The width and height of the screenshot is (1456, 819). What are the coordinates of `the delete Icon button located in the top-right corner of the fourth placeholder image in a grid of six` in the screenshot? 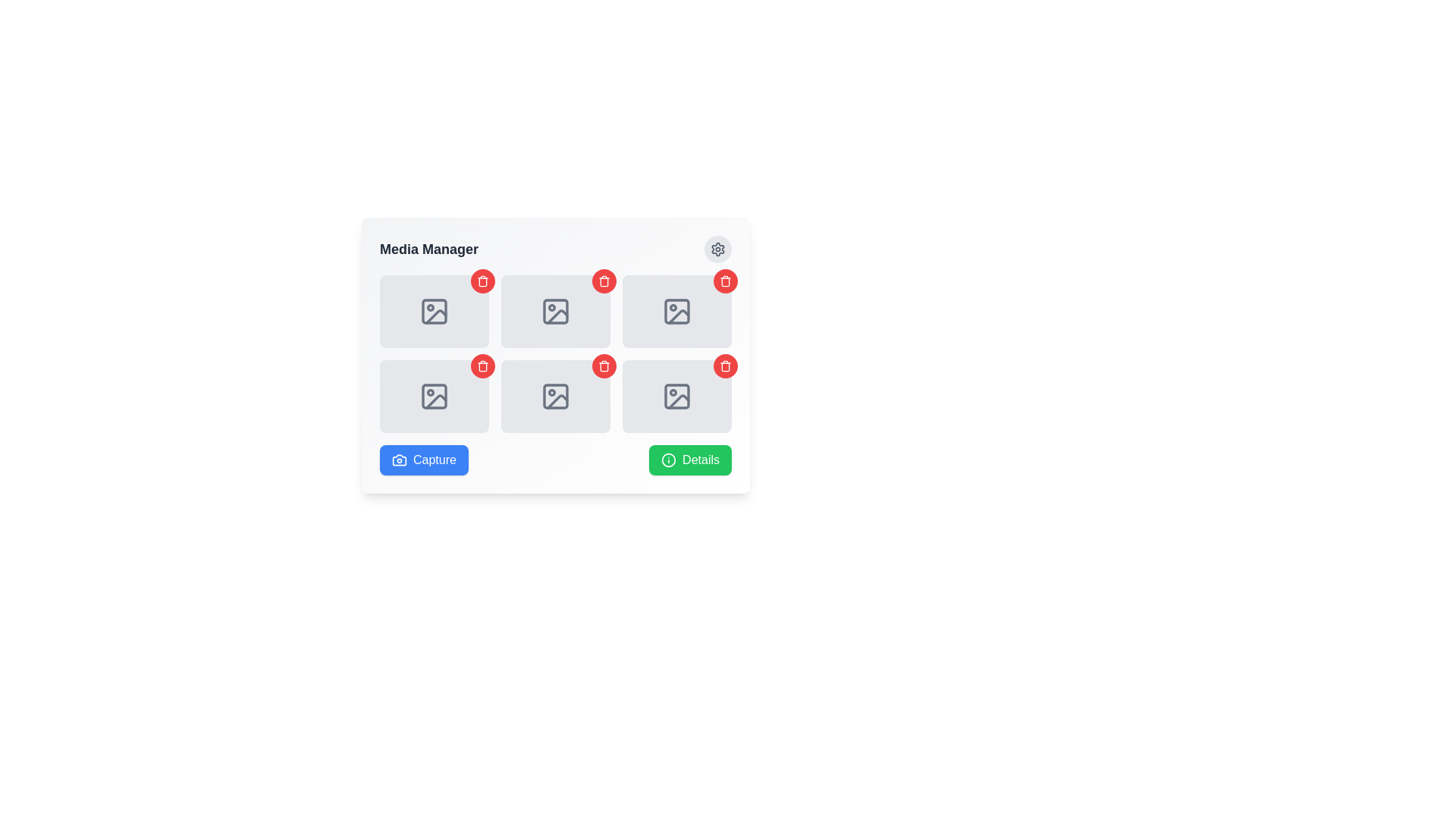 It's located at (603, 366).